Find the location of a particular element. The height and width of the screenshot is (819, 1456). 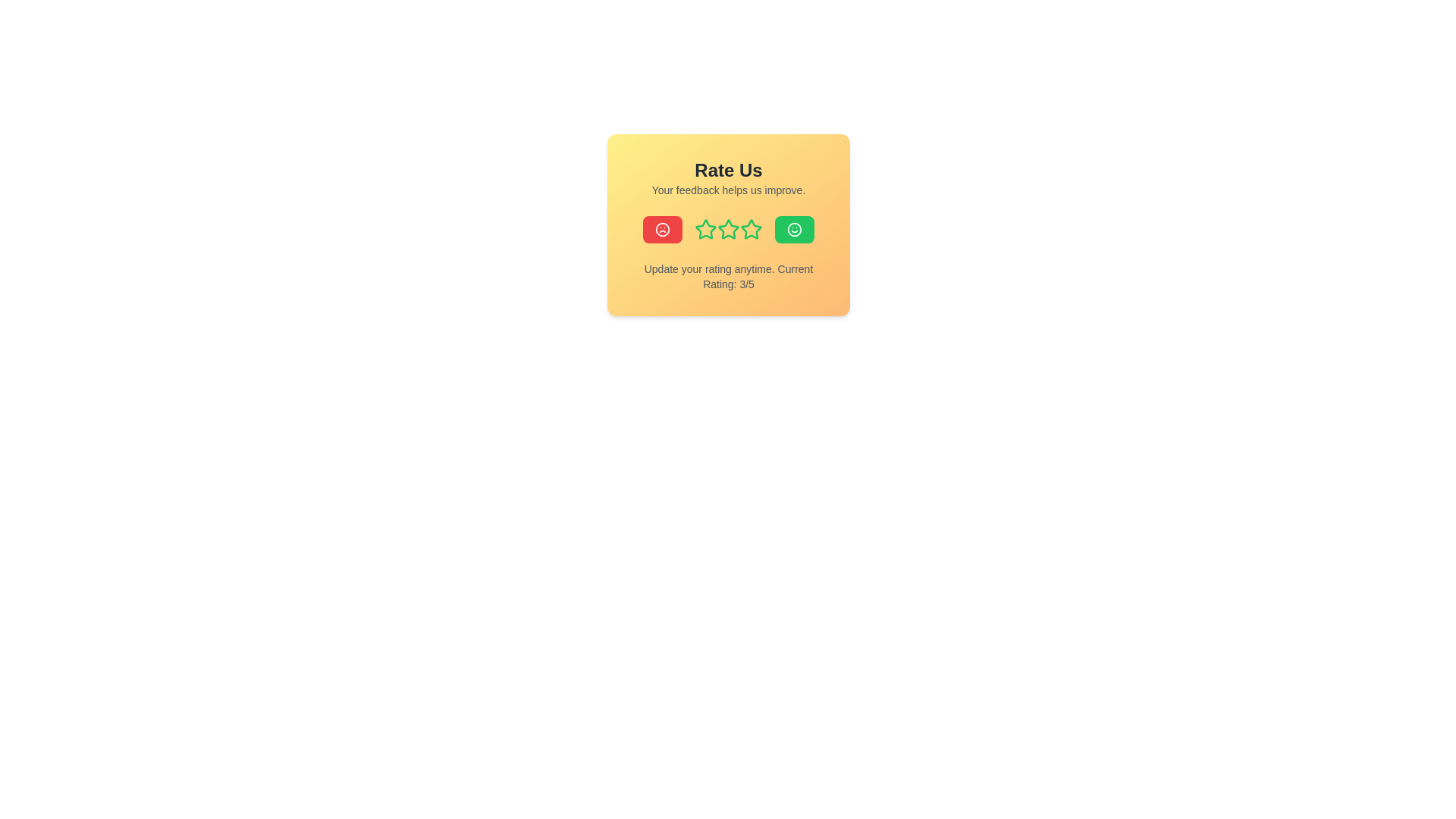

the third star icon in the rating panel is located at coordinates (728, 229).